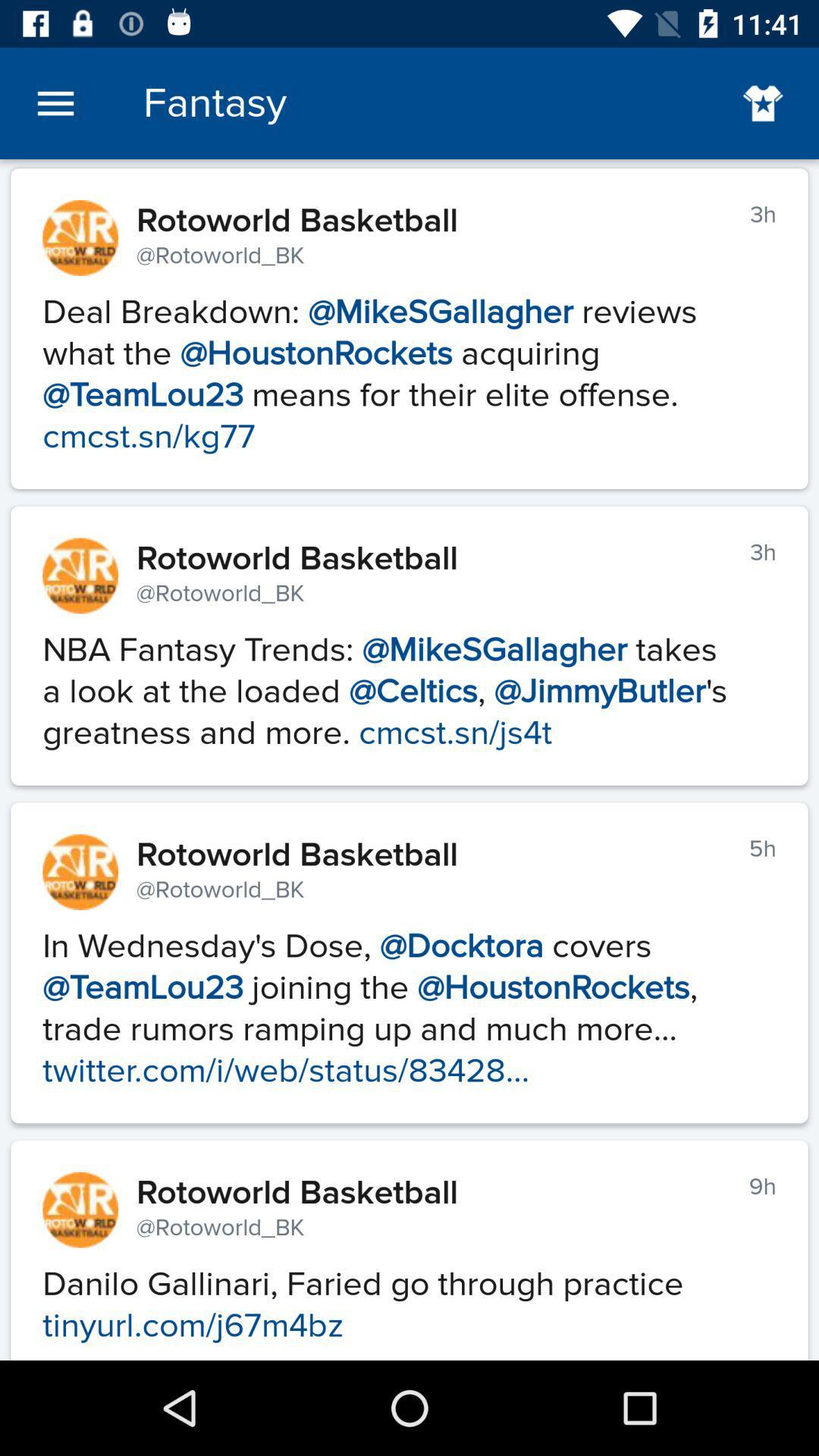 The width and height of the screenshot is (819, 1456). I want to click on the top left corner option, so click(55, 102).